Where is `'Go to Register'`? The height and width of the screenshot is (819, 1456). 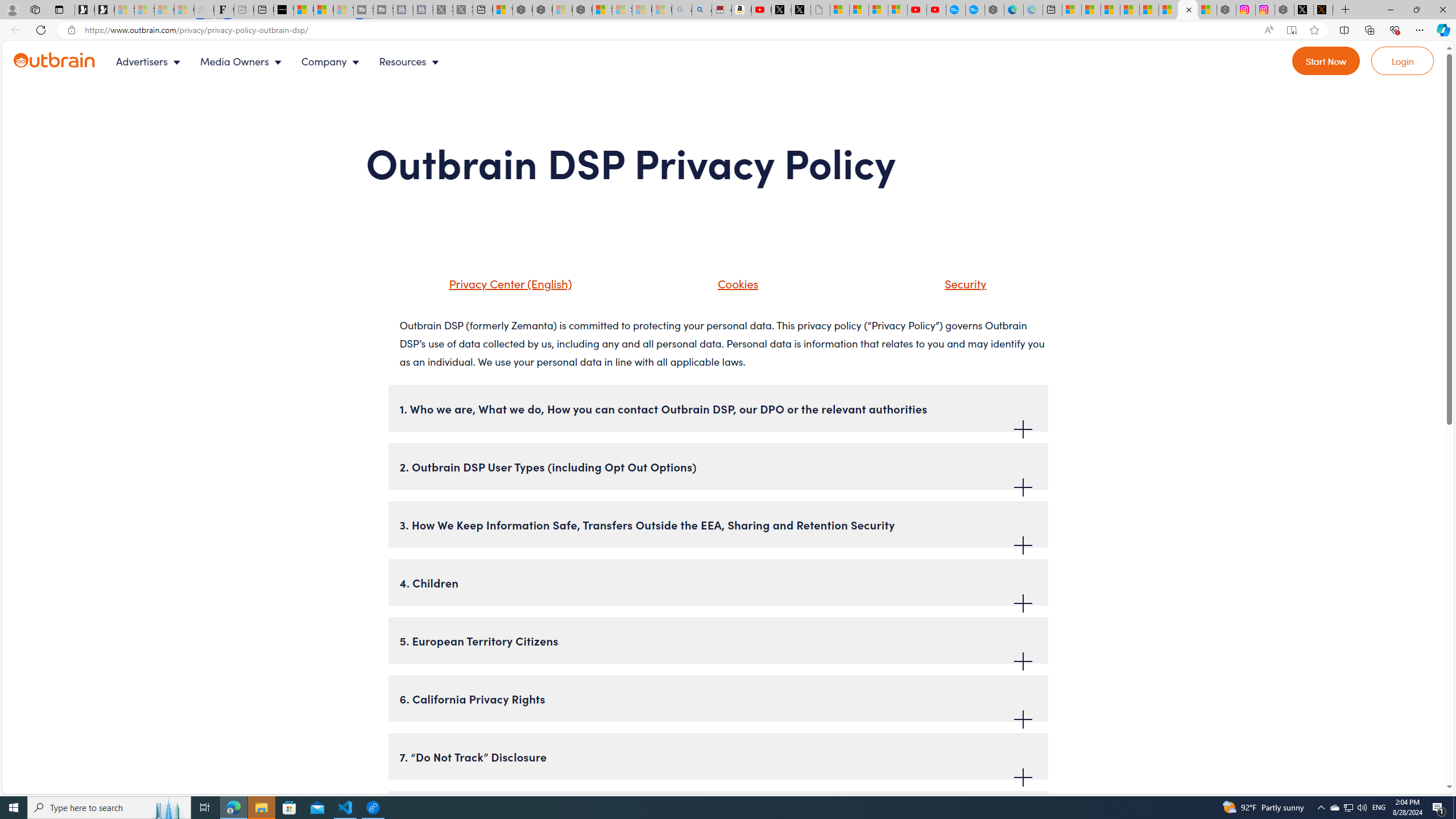 'Go to Register' is located at coordinates (1326, 61).